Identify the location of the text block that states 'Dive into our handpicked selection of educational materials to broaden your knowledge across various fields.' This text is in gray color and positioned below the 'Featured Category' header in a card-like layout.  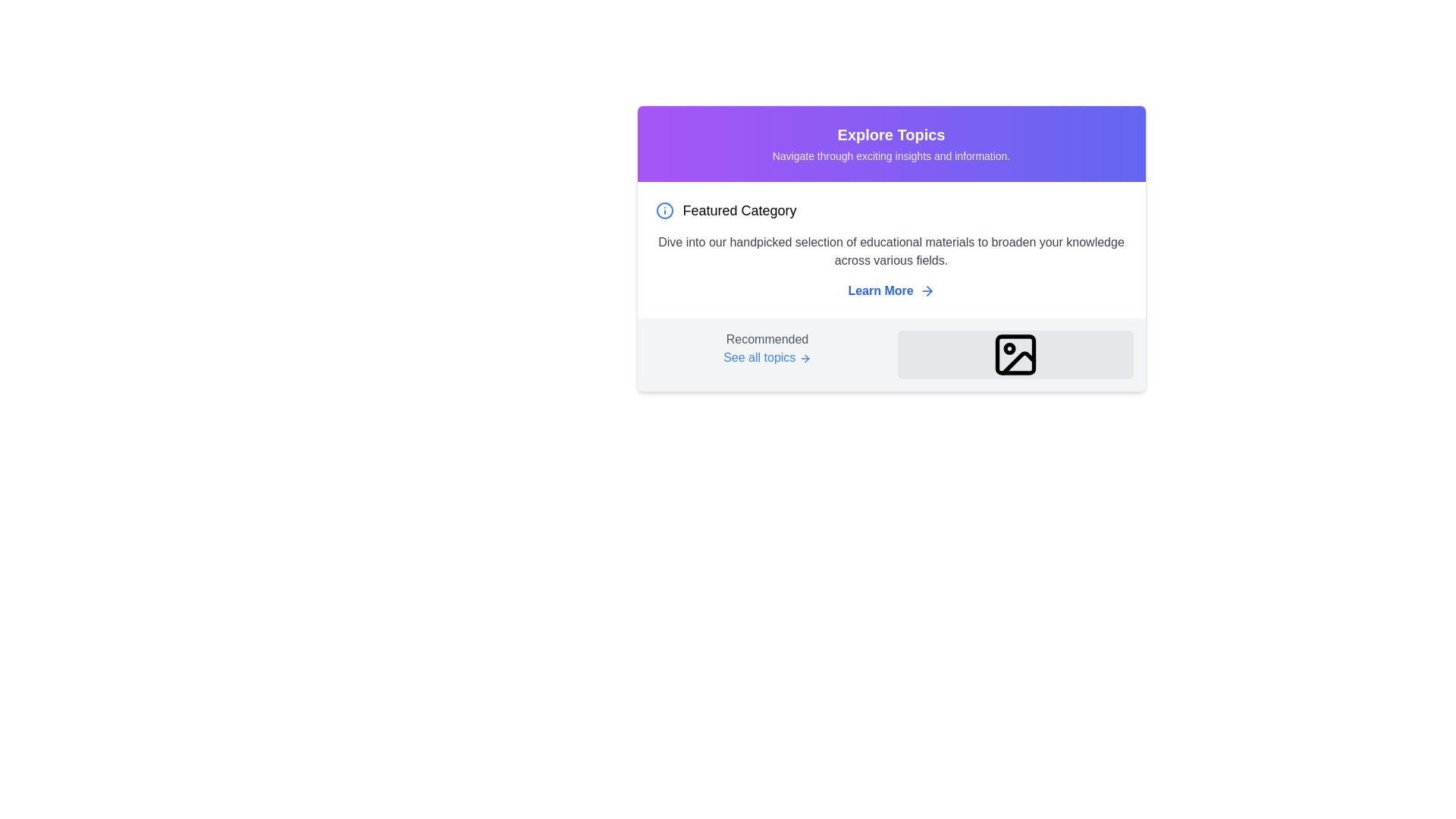
(891, 250).